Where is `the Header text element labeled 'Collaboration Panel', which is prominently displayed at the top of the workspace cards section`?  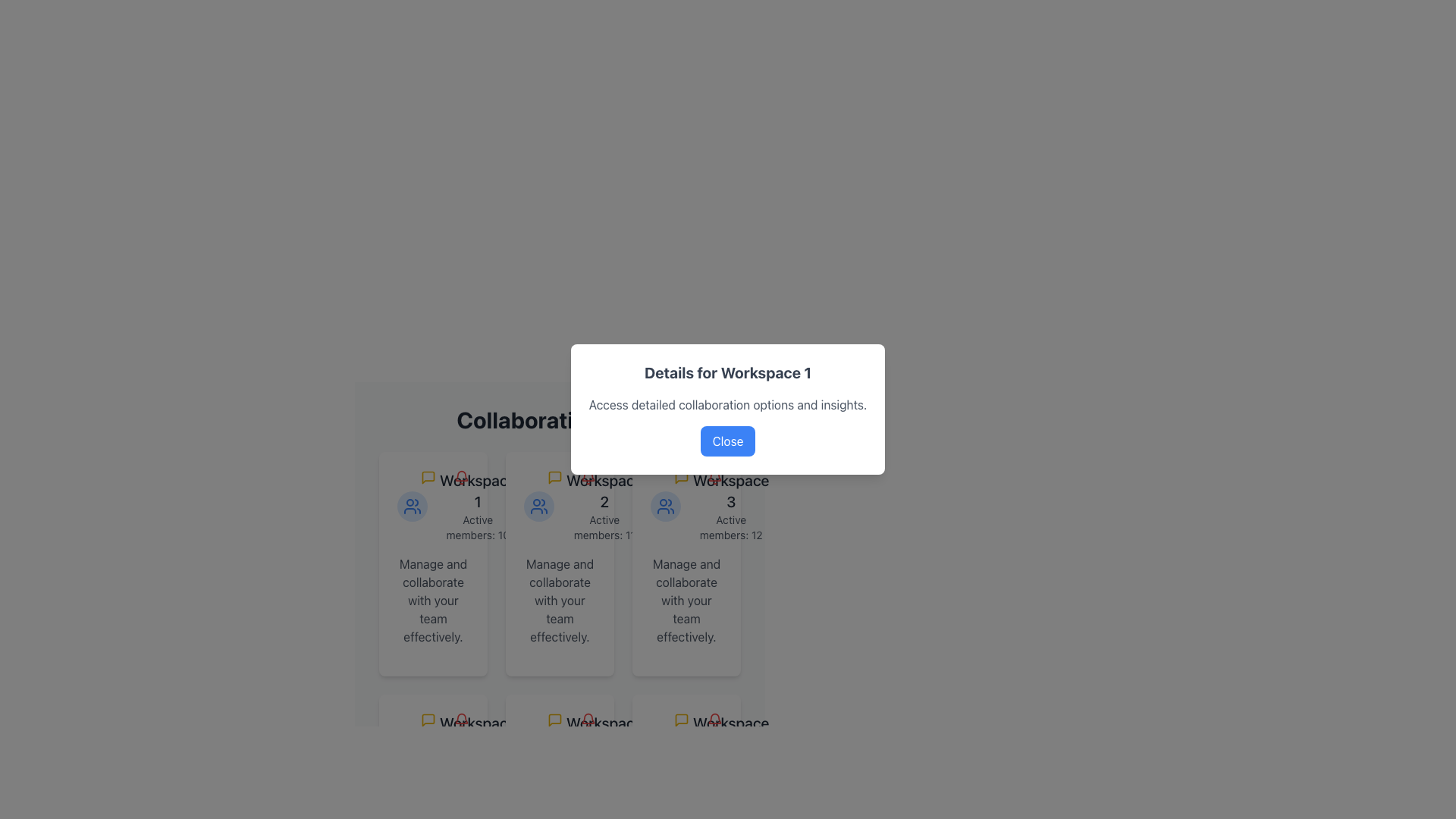 the Header text element labeled 'Collaboration Panel', which is prominently displayed at the top of the workspace cards section is located at coordinates (559, 420).